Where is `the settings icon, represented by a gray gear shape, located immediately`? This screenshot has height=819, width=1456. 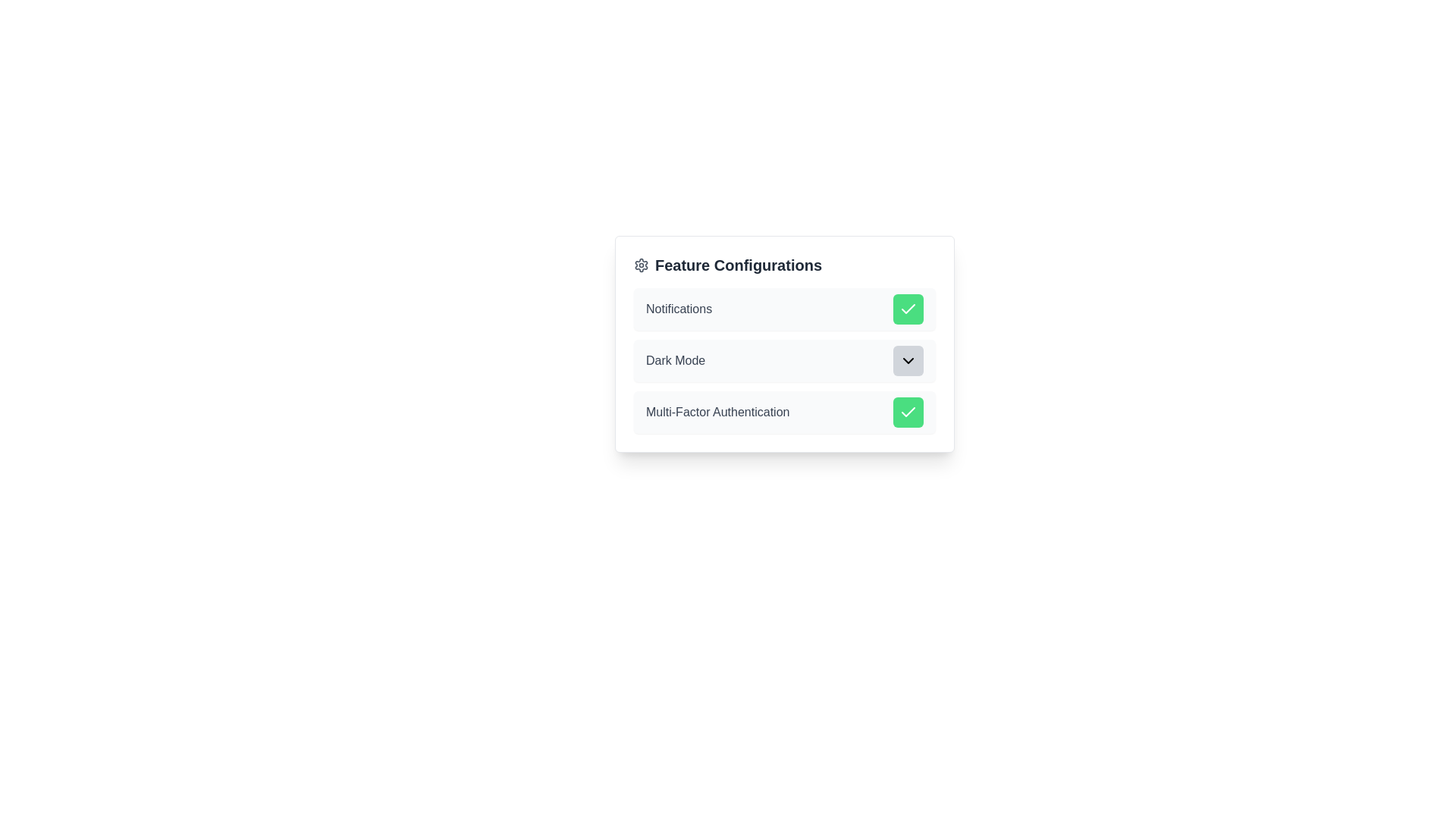 the settings icon, represented by a gray gear shape, located immediately is located at coordinates (641, 265).